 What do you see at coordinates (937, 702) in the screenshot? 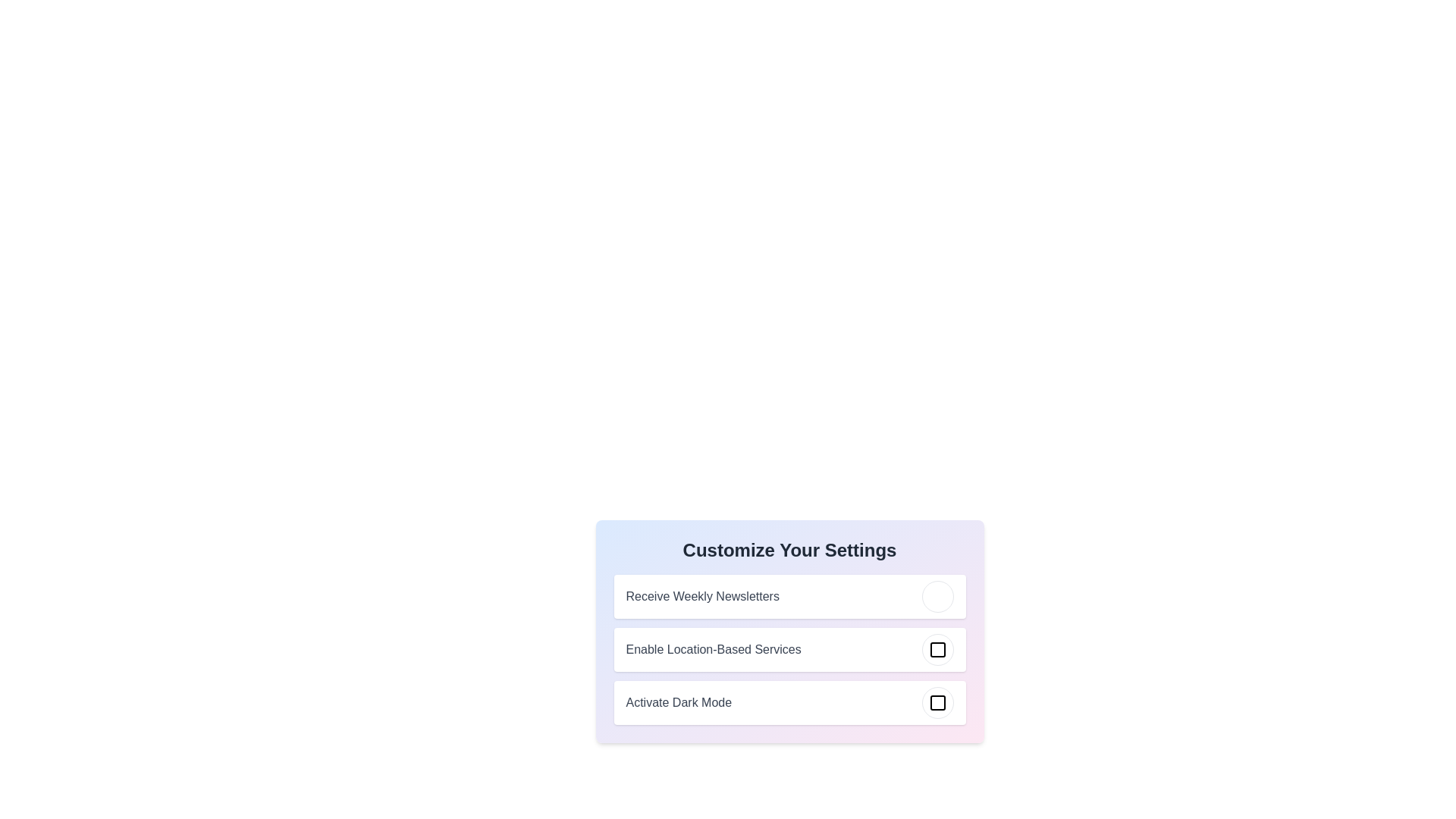
I see `the checkbox or toggle button for the 'Activate Dark Mode' setting` at bounding box center [937, 702].